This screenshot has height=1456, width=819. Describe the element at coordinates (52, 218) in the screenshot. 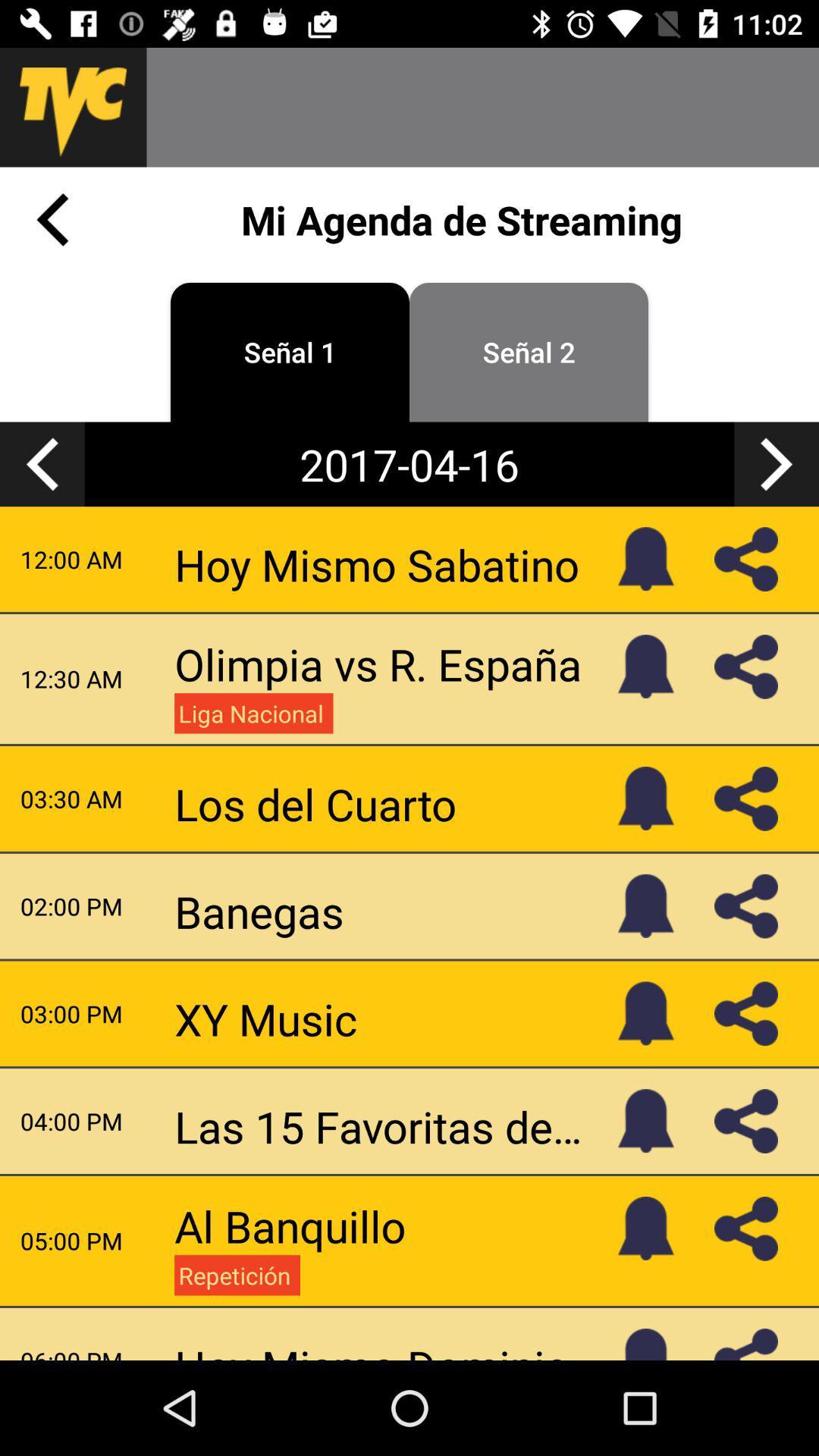

I see `the arrow_backward icon` at that location.